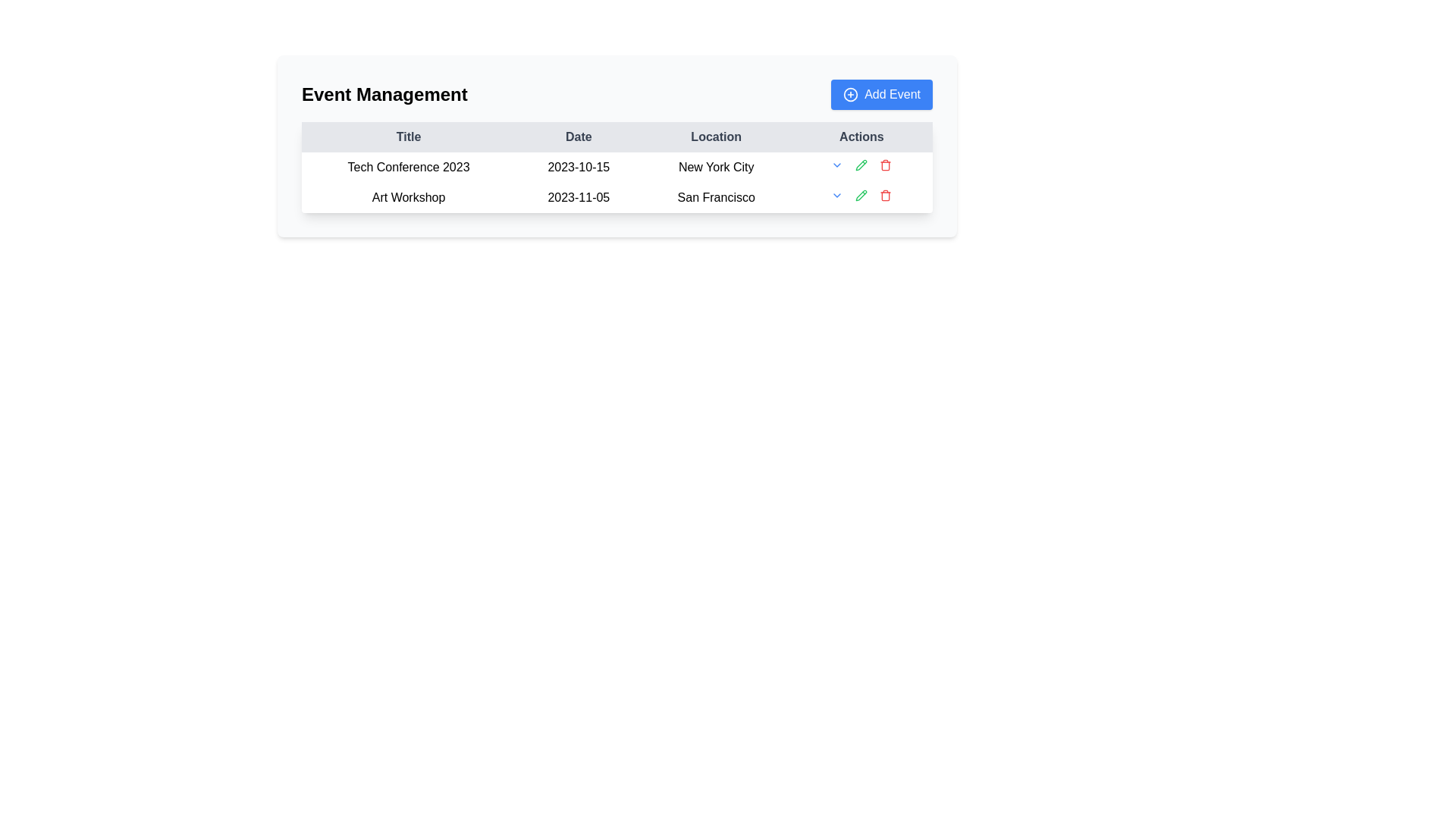 This screenshot has width=1456, height=819. Describe the element at coordinates (861, 195) in the screenshot. I see `the edit icon button in the 'Actions' column of the 'Tech Conference 2023' event row` at that location.